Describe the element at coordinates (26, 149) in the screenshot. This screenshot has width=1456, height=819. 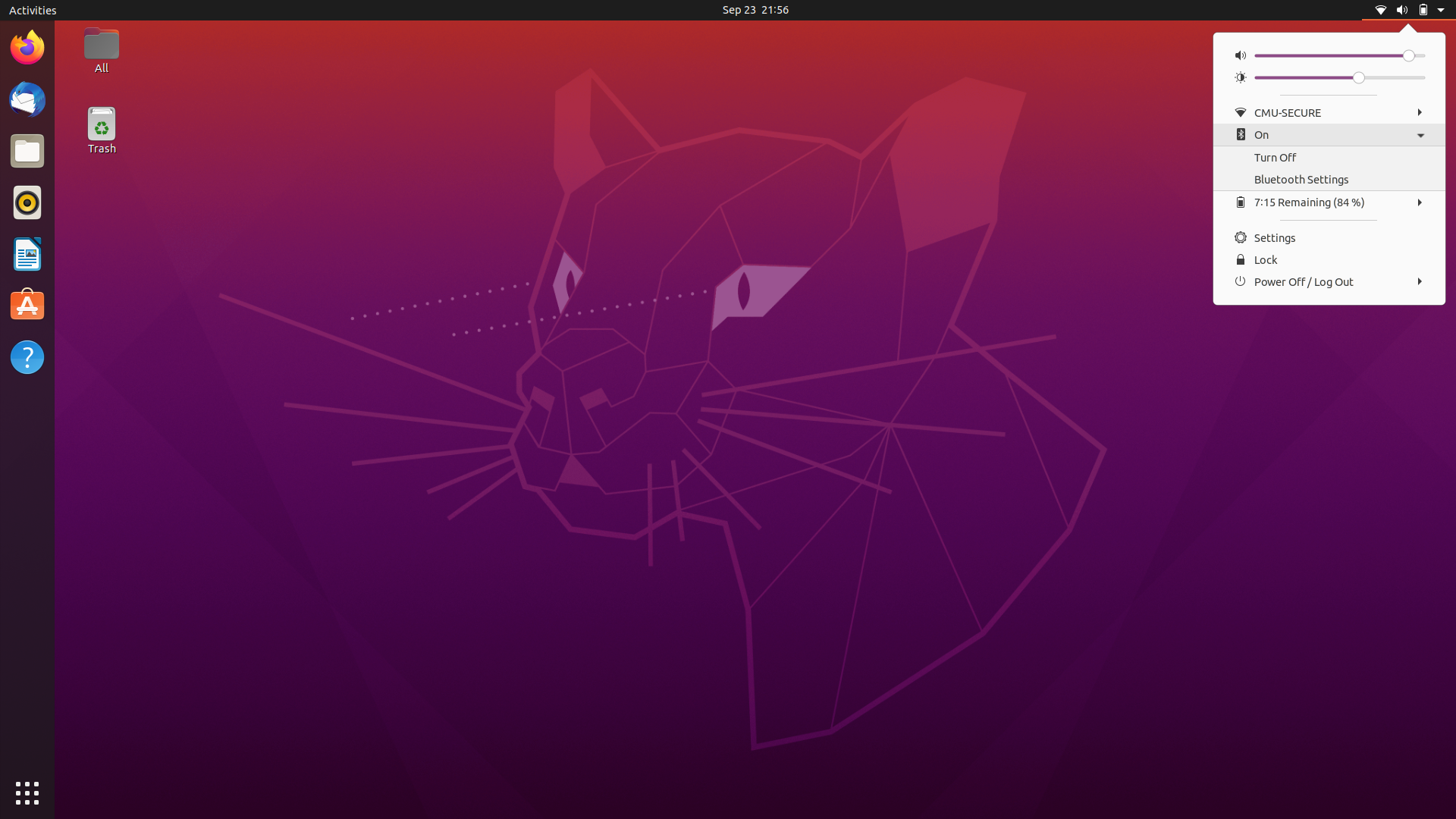
I see `Go to the Files Menu` at that location.